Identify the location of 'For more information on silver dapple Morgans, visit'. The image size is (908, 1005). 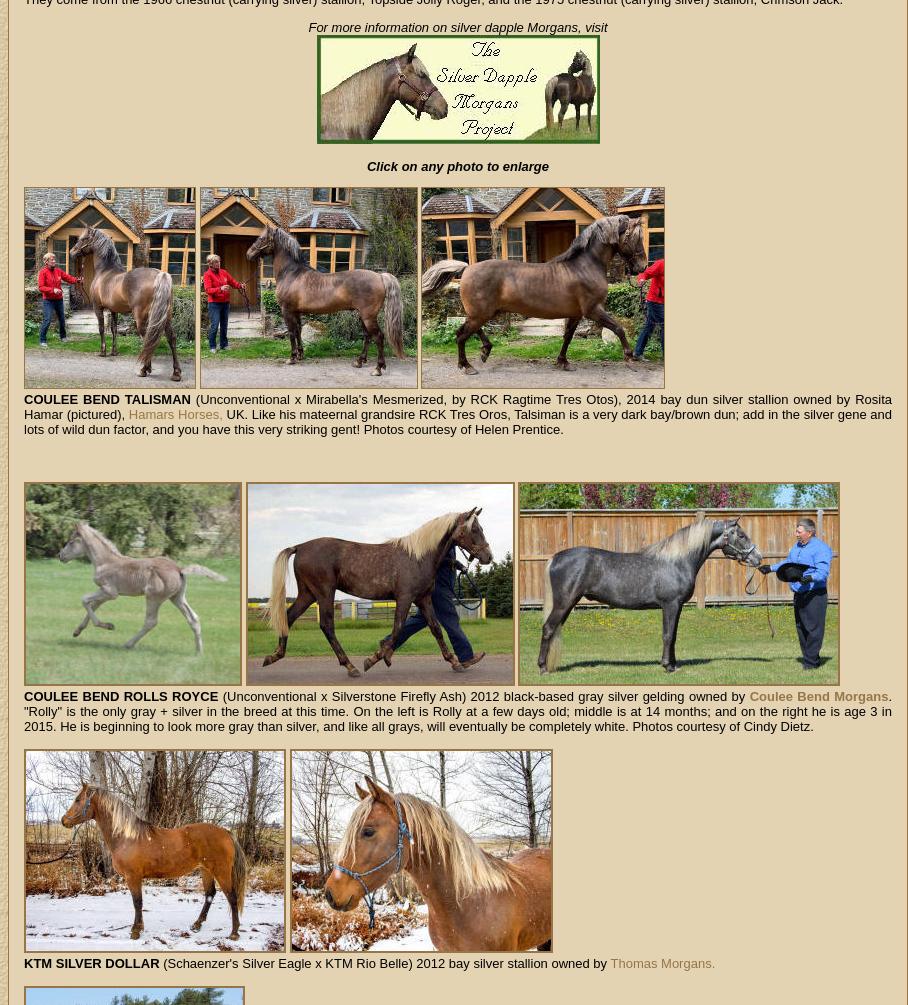
(456, 27).